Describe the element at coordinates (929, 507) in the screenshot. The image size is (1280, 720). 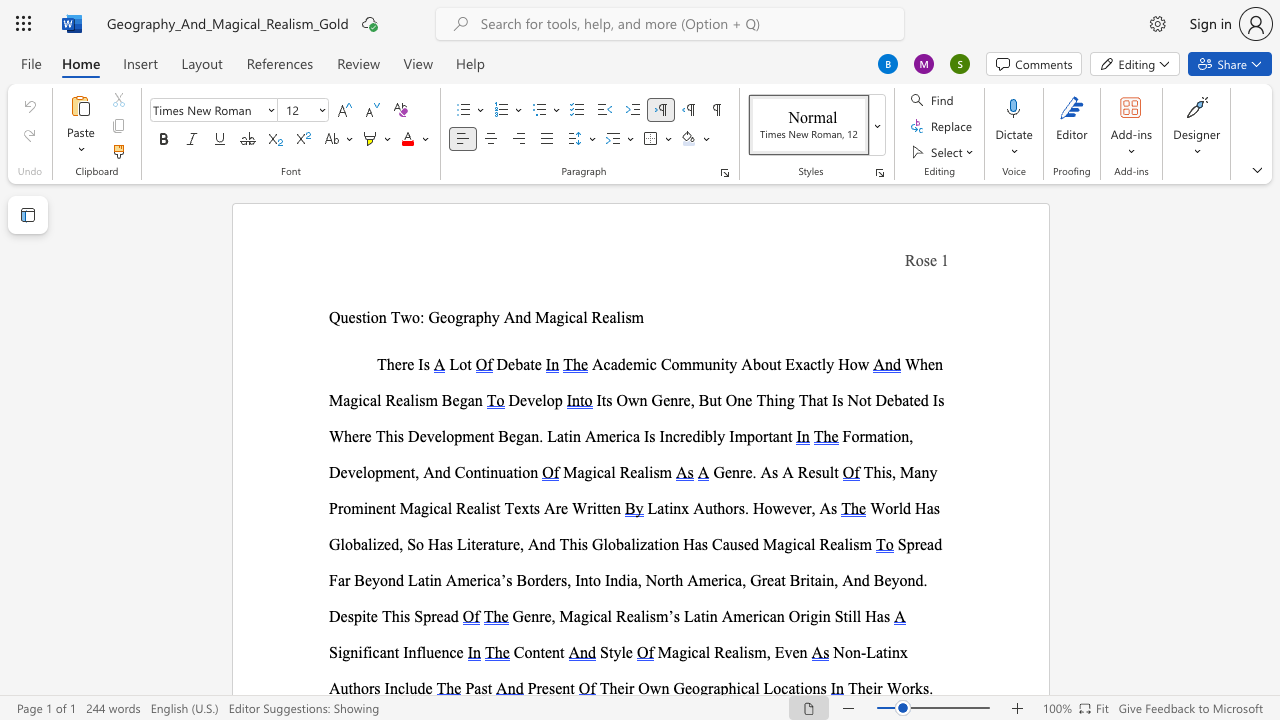
I see `the 1th character "a" in the text` at that location.